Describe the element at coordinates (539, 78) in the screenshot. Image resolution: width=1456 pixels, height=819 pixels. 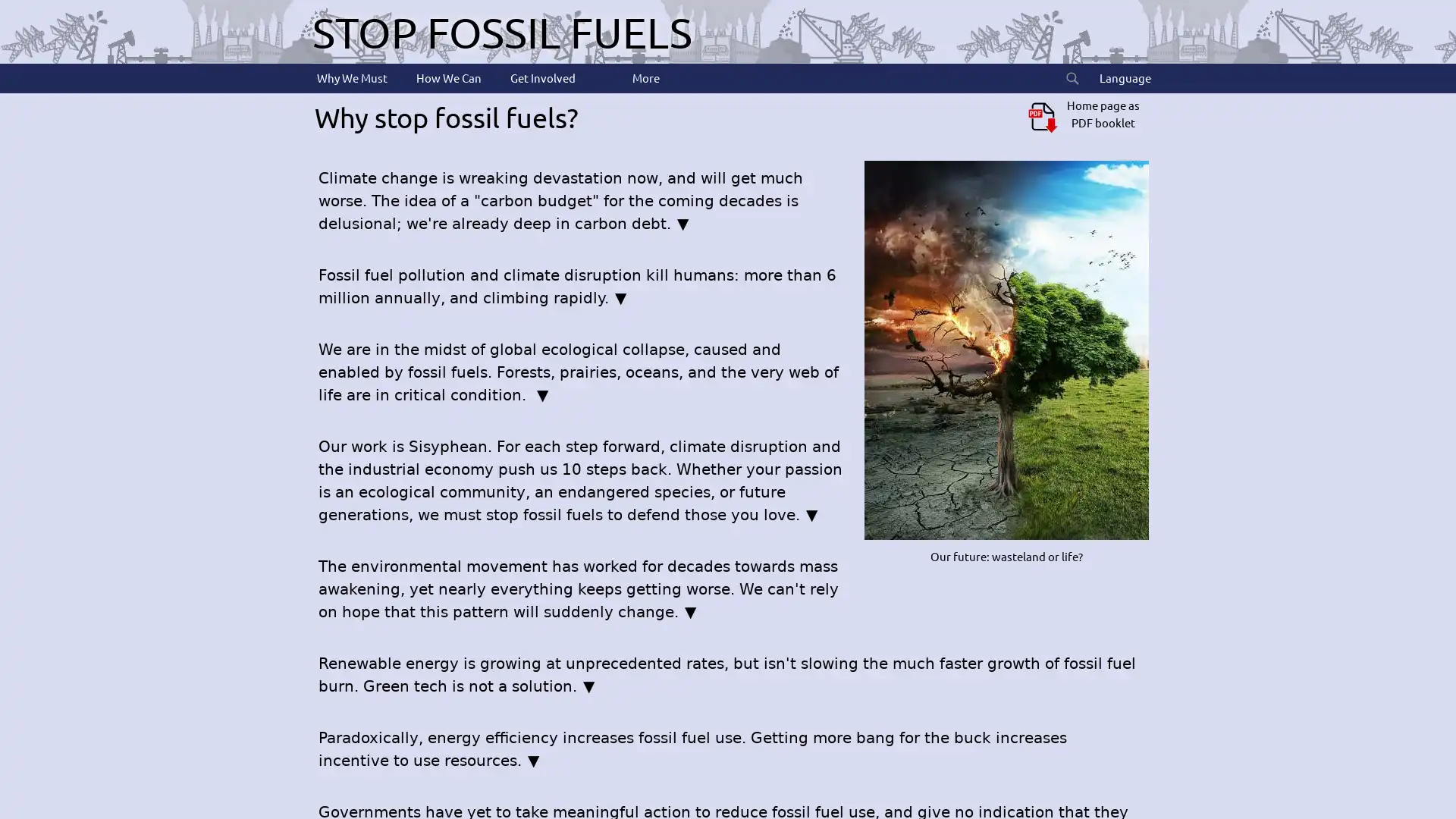
I see `Get Involved` at that location.